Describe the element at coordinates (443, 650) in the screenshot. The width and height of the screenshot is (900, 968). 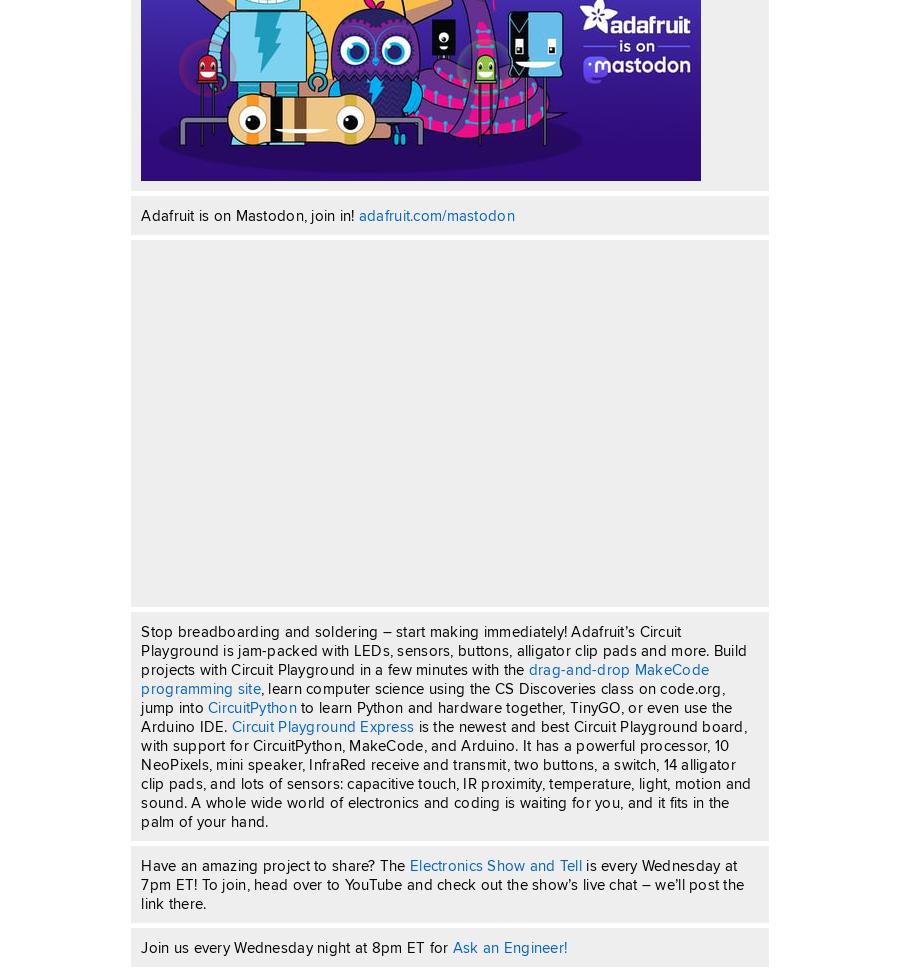
I see `'Stop breadboarding and soldering – start making immediately! Adafruit’s Circuit Playground is jam-packed with LEDs, sensors, buttons, alligator clip pads and more. Build projects with Circuit Playground in a few minutes with the'` at that location.